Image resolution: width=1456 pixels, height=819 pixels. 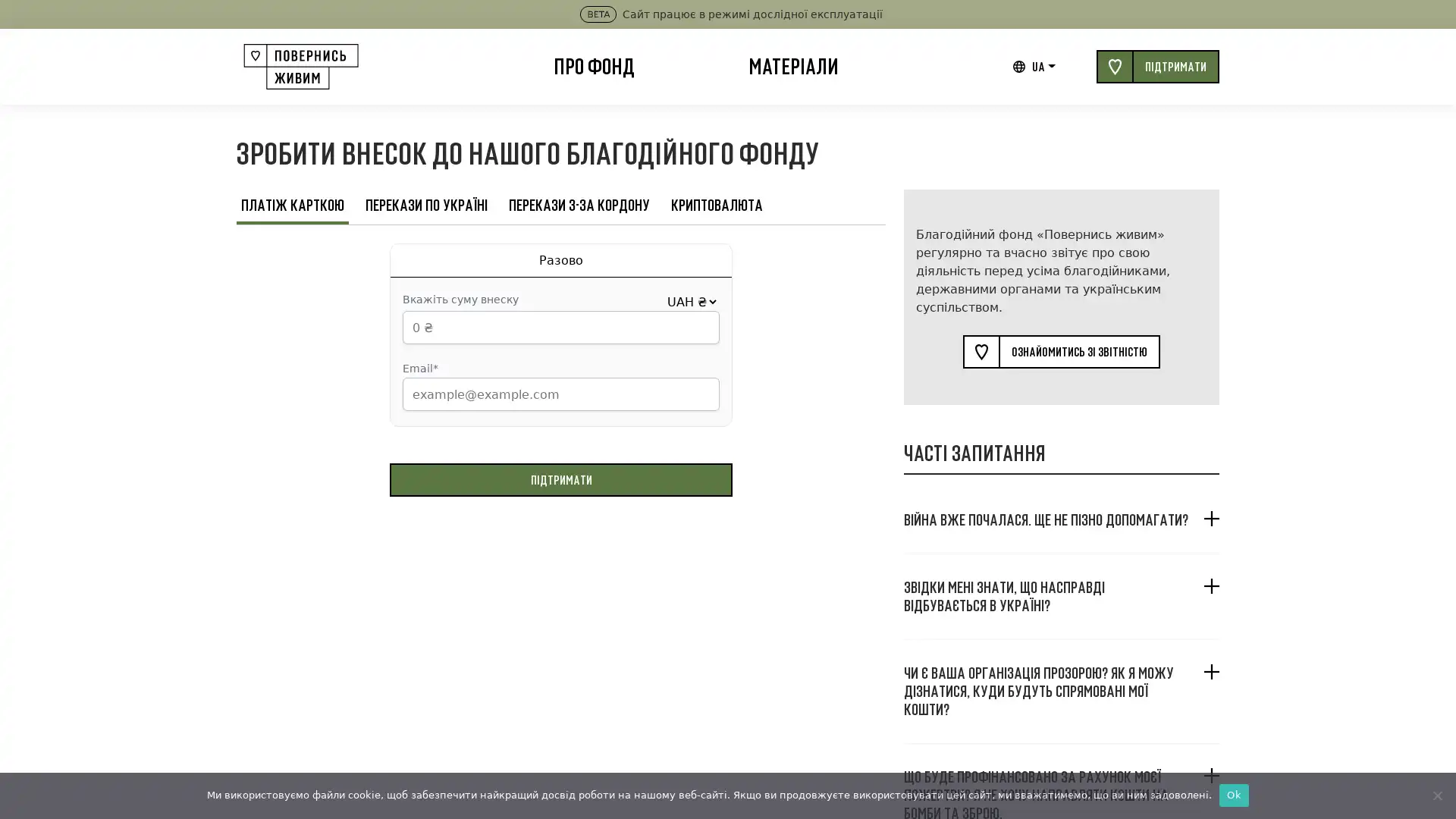 What do you see at coordinates (1061, 595) in the screenshot?
I see `,     ?` at bounding box center [1061, 595].